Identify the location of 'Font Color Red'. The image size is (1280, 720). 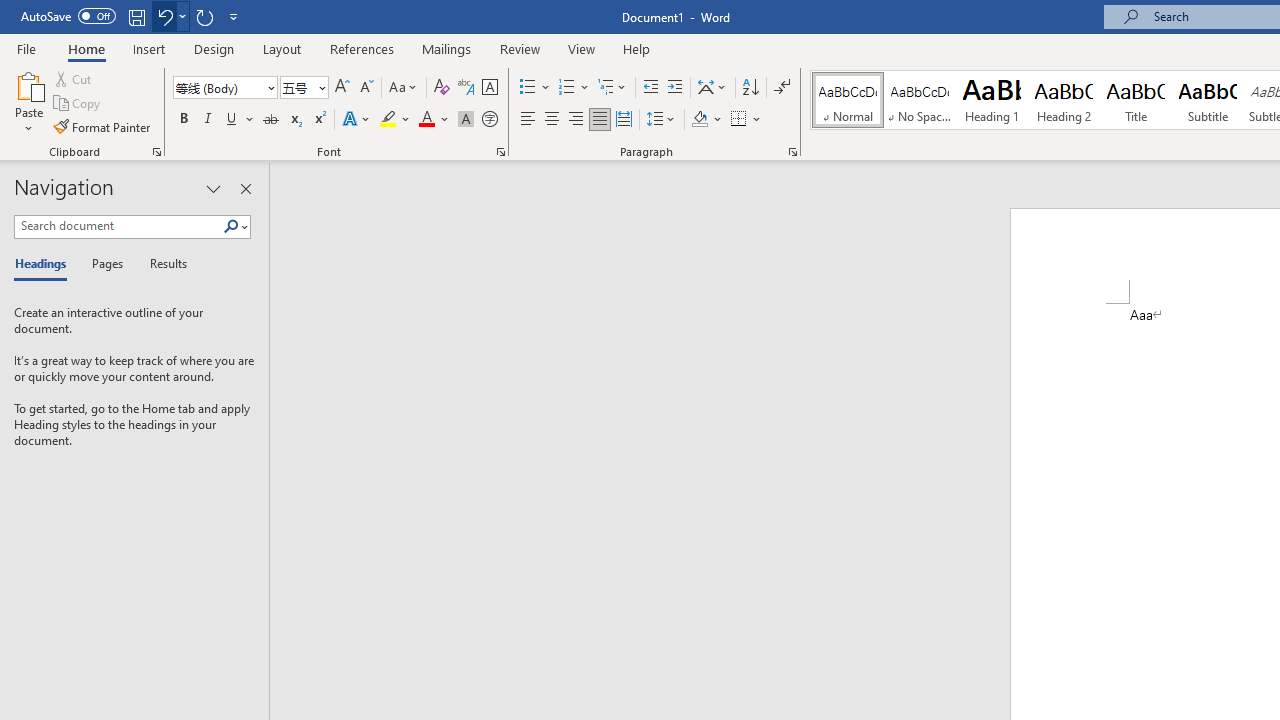
(425, 119).